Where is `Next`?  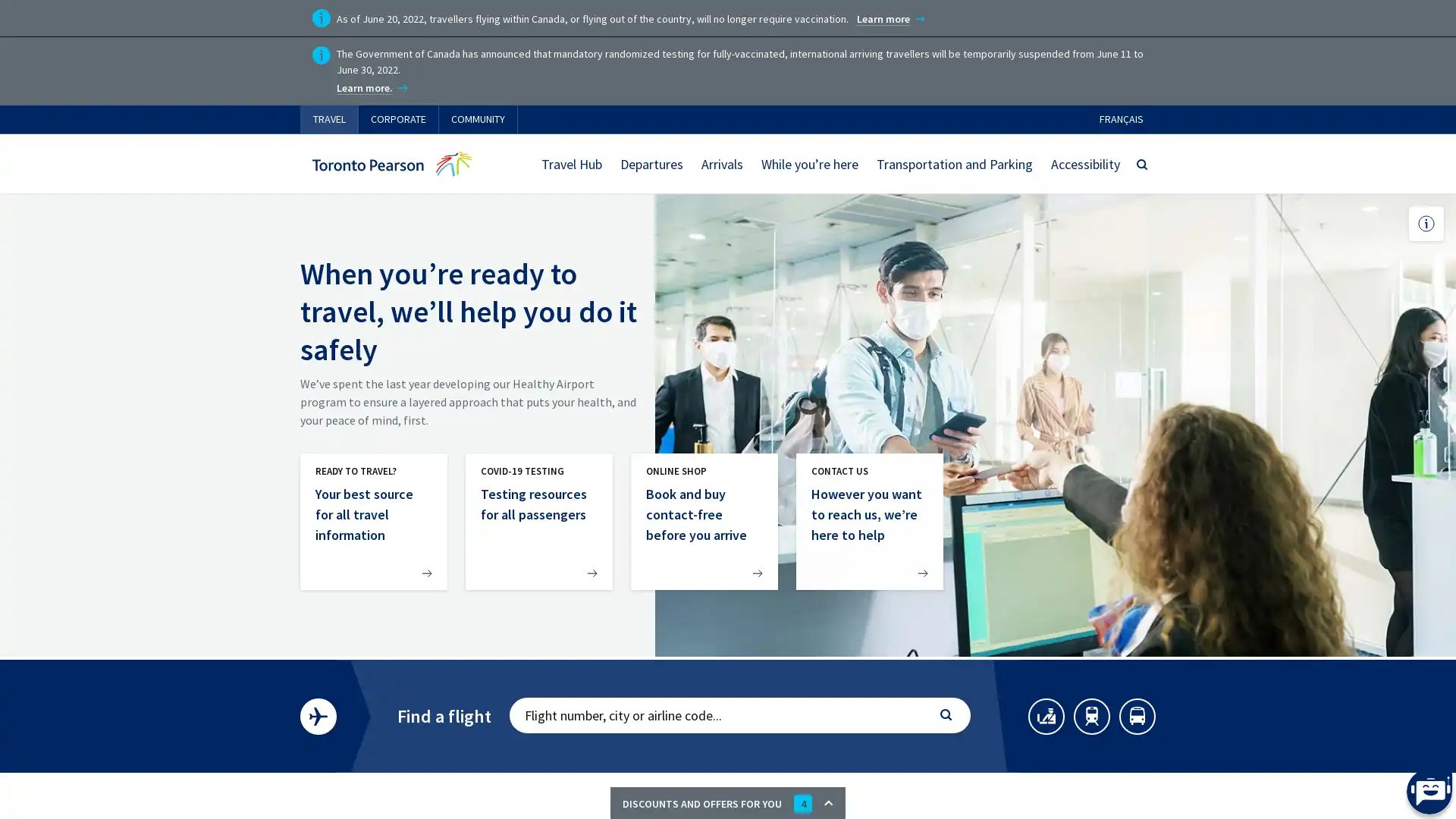
Next is located at coordinates (930, 520).